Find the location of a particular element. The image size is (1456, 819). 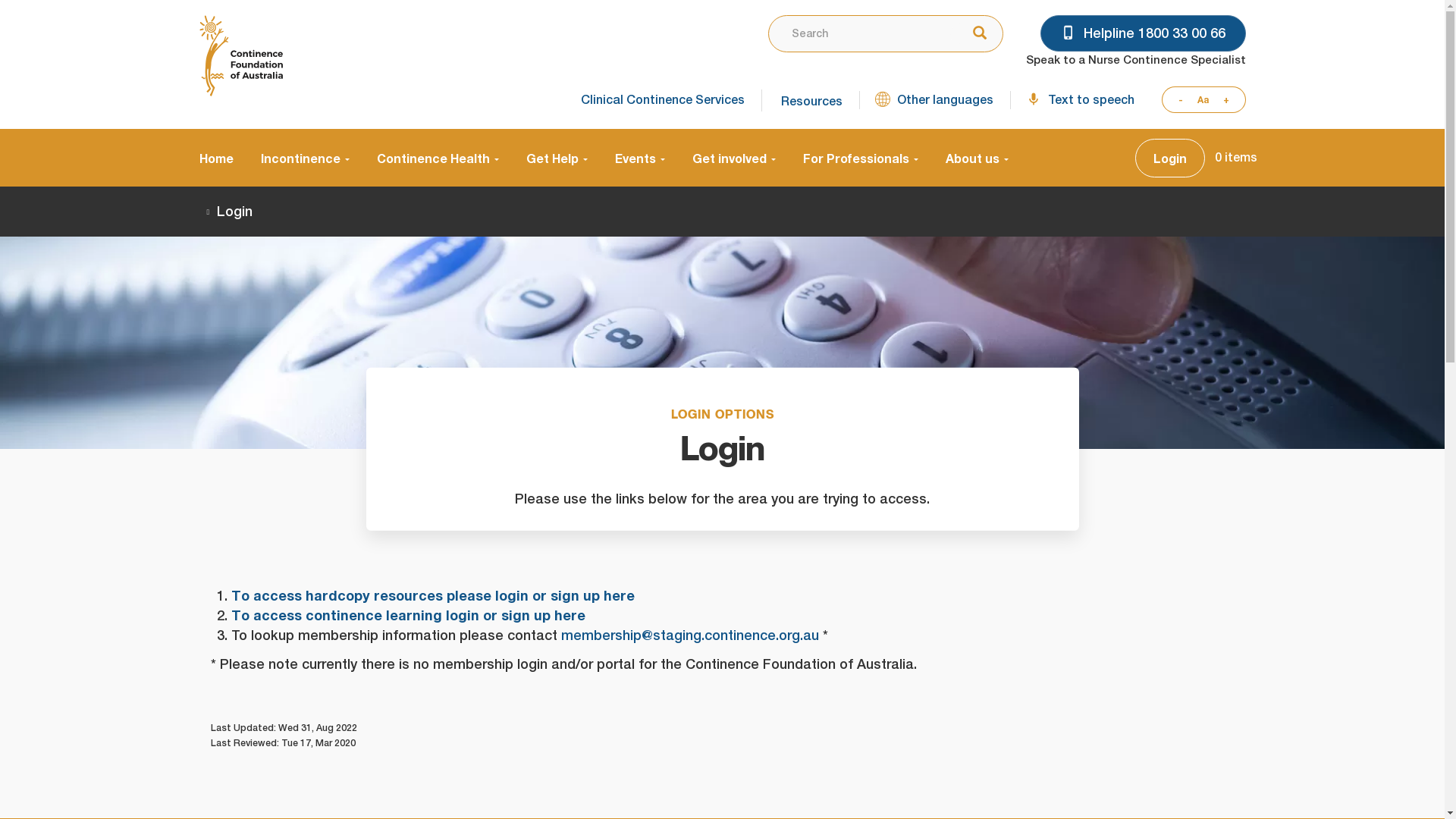

'membership@staging.continence.org.au' is located at coordinates (689, 635).